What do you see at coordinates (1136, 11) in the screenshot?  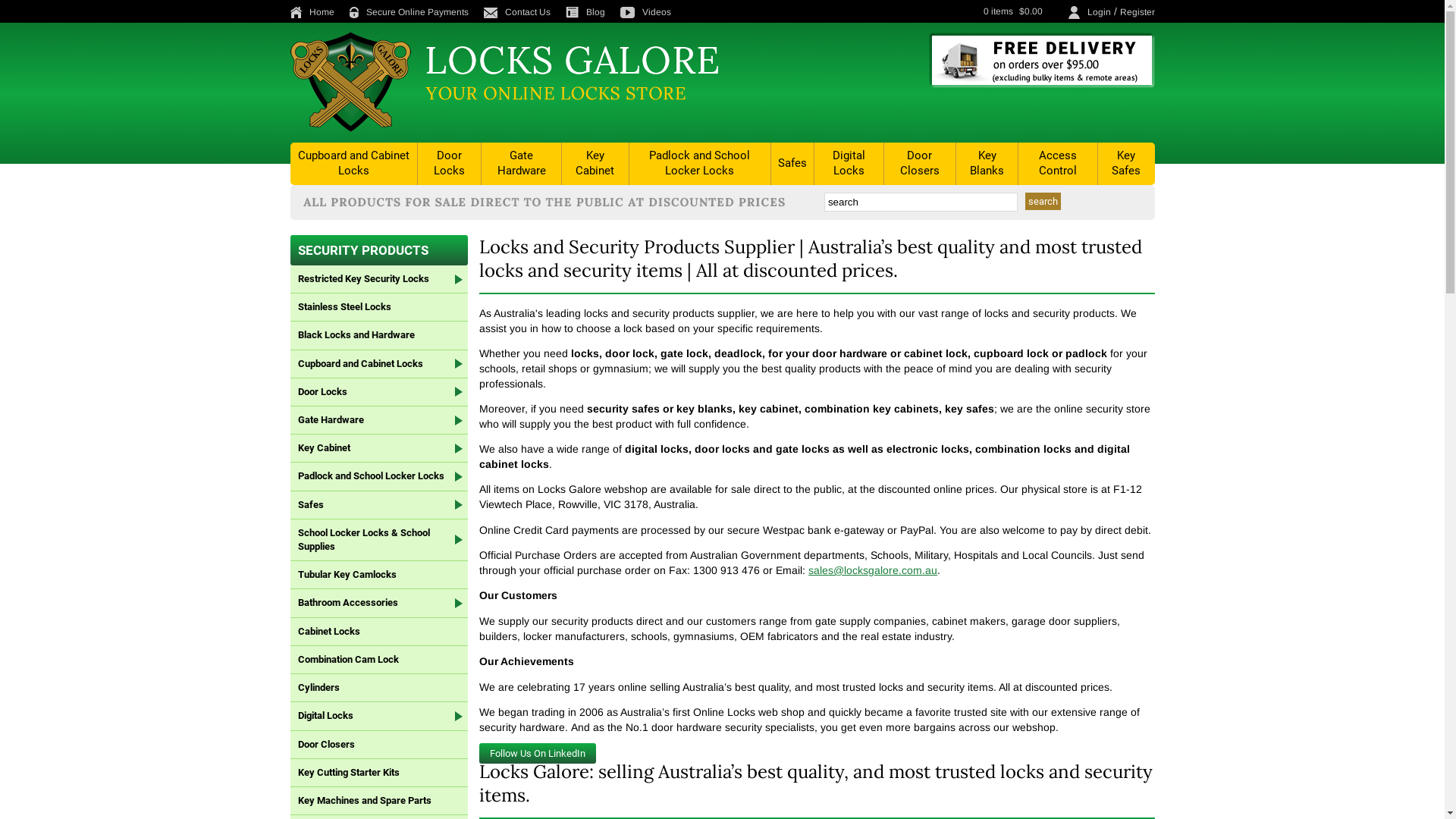 I see `'Register'` at bounding box center [1136, 11].